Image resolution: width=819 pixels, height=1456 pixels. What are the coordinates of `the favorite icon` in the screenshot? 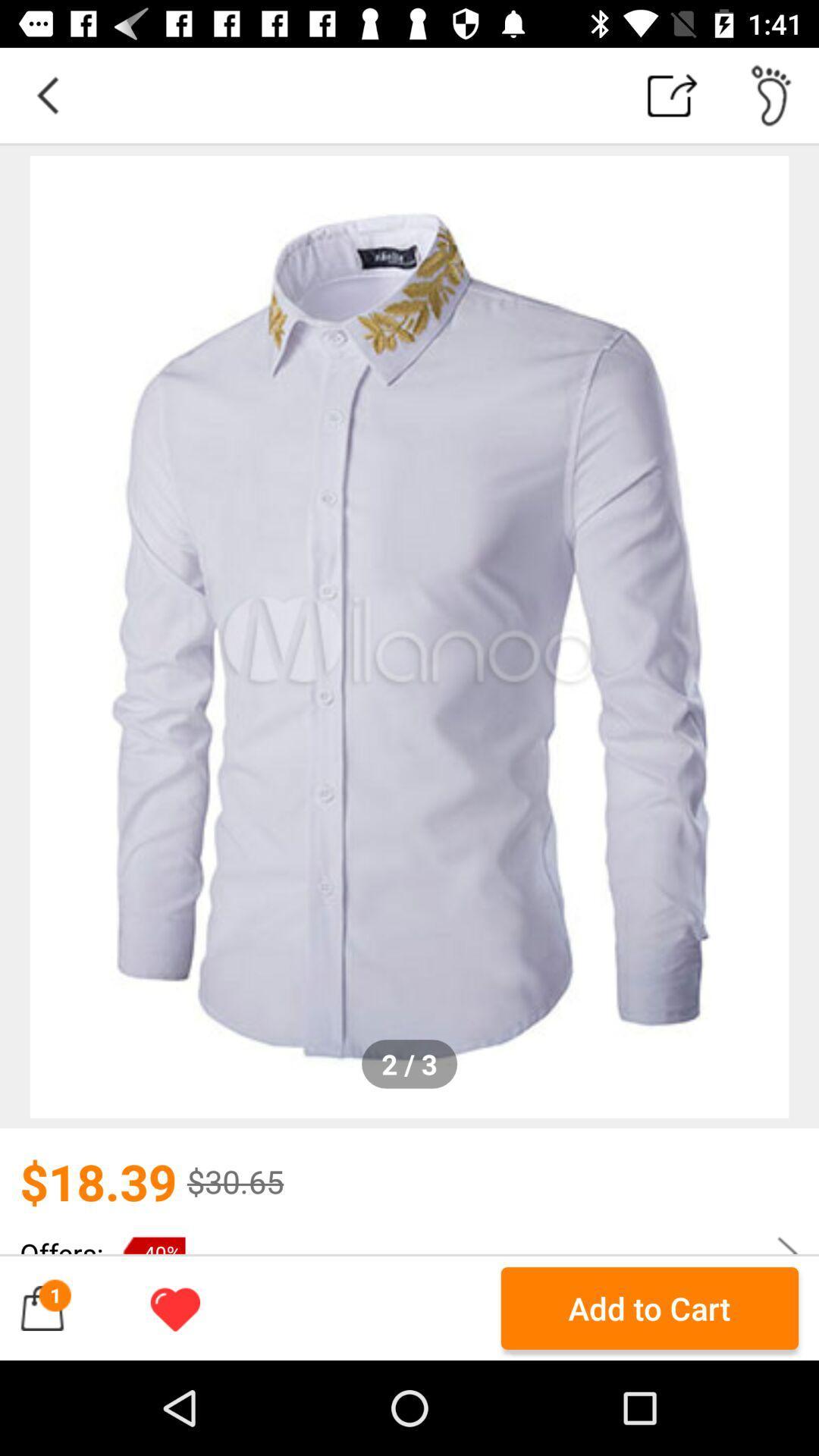 It's located at (174, 1307).